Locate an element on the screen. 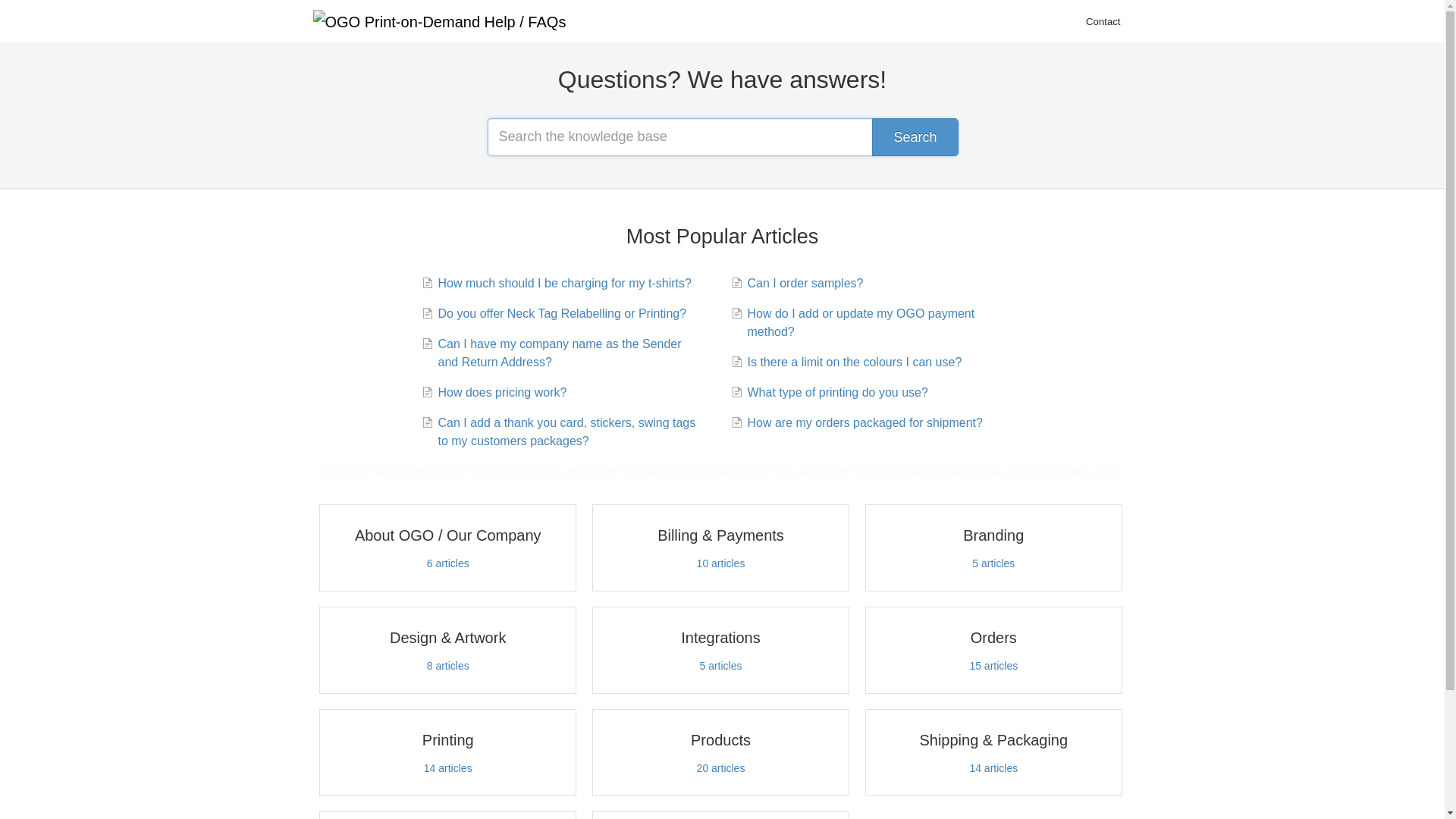 This screenshot has height=819, width=1456. 'How does pricing work?' is located at coordinates (500, 391).